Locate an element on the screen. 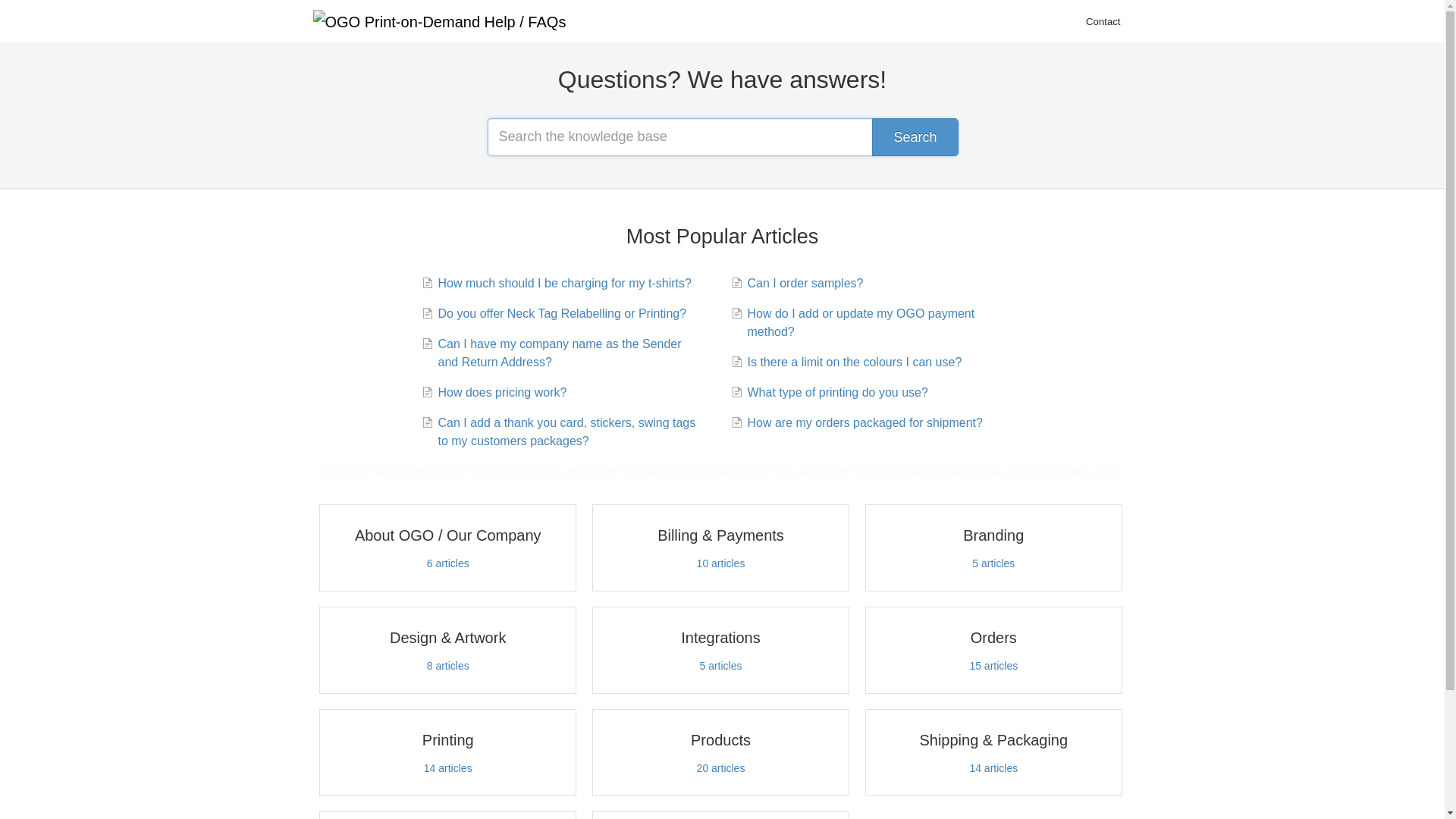 This screenshot has height=819, width=1456. 'How does pricing work?' is located at coordinates (500, 391).